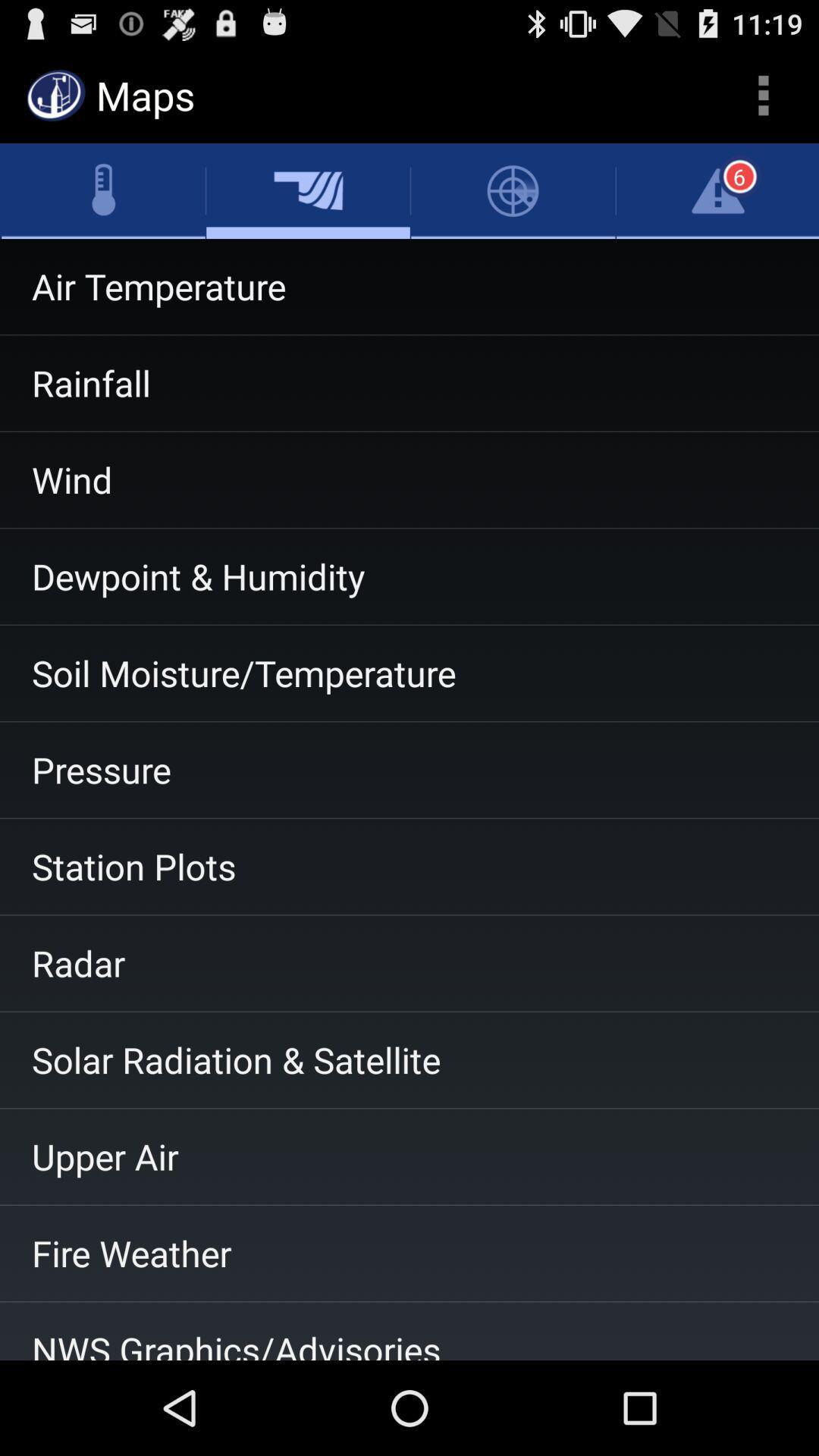 The image size is (819, 1456). I want to click on app above pressure app, so click(409, 673).